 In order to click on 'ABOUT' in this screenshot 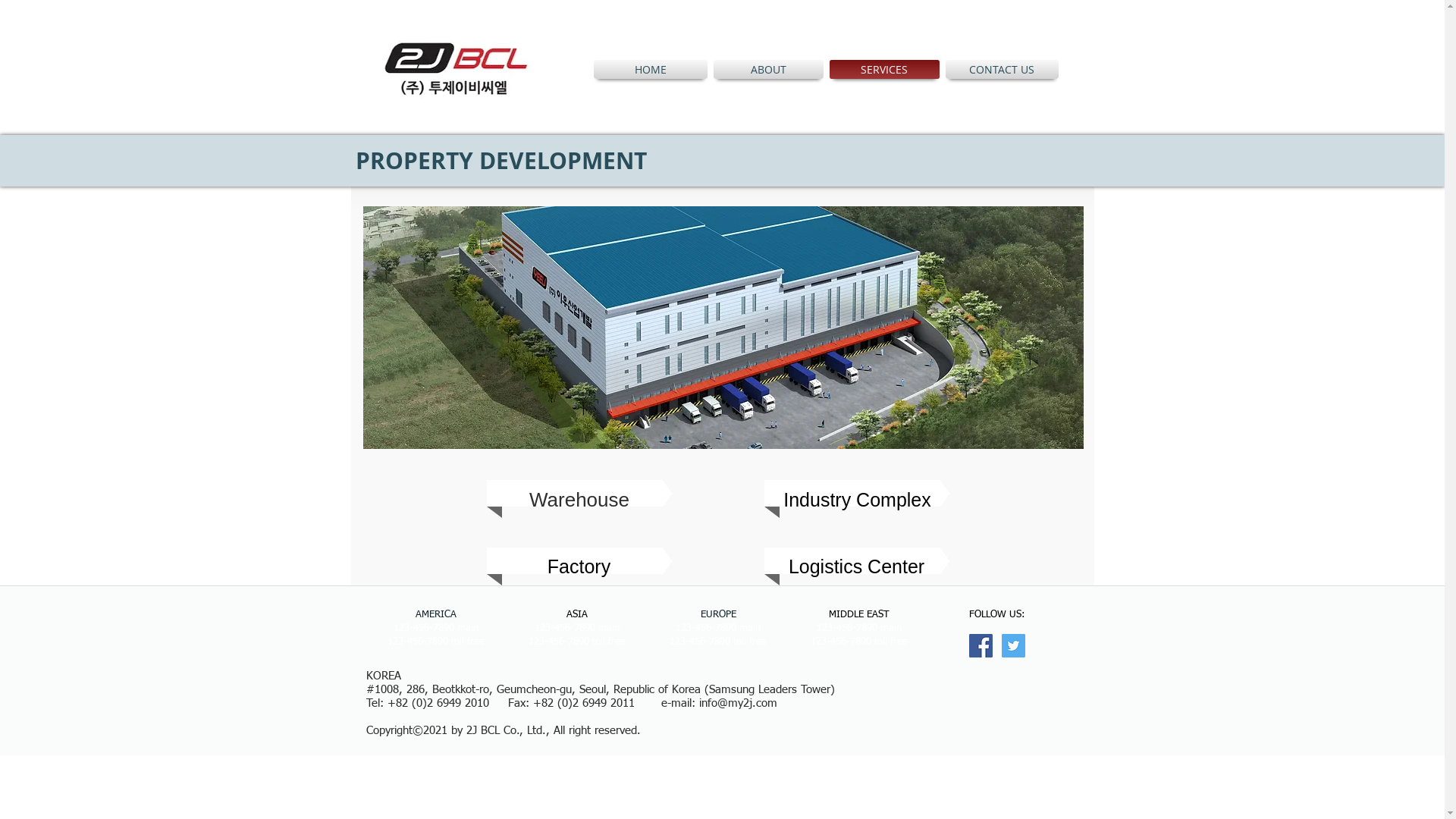, I will do `click(767, 69)`.